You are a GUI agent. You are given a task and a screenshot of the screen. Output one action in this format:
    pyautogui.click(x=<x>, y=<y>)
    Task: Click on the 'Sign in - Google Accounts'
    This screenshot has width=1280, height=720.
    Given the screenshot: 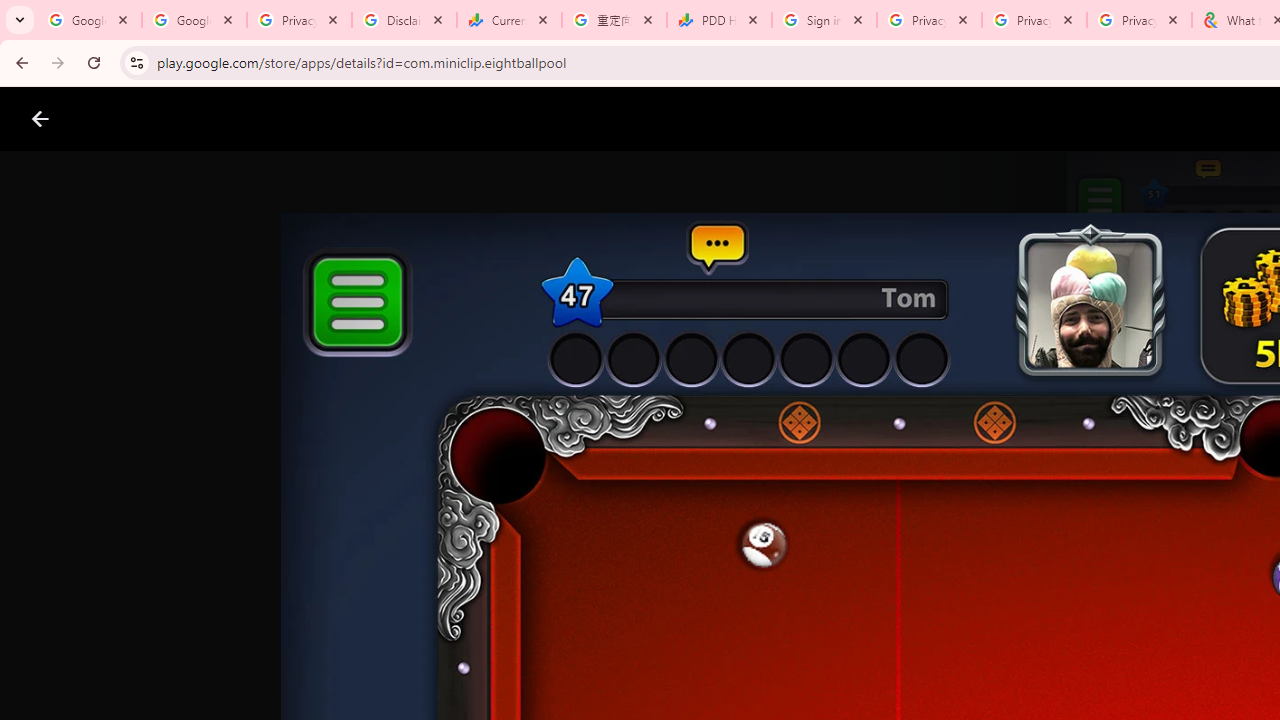 What is the action you would take?
    pyautogui.click(x=824, y=20)
    